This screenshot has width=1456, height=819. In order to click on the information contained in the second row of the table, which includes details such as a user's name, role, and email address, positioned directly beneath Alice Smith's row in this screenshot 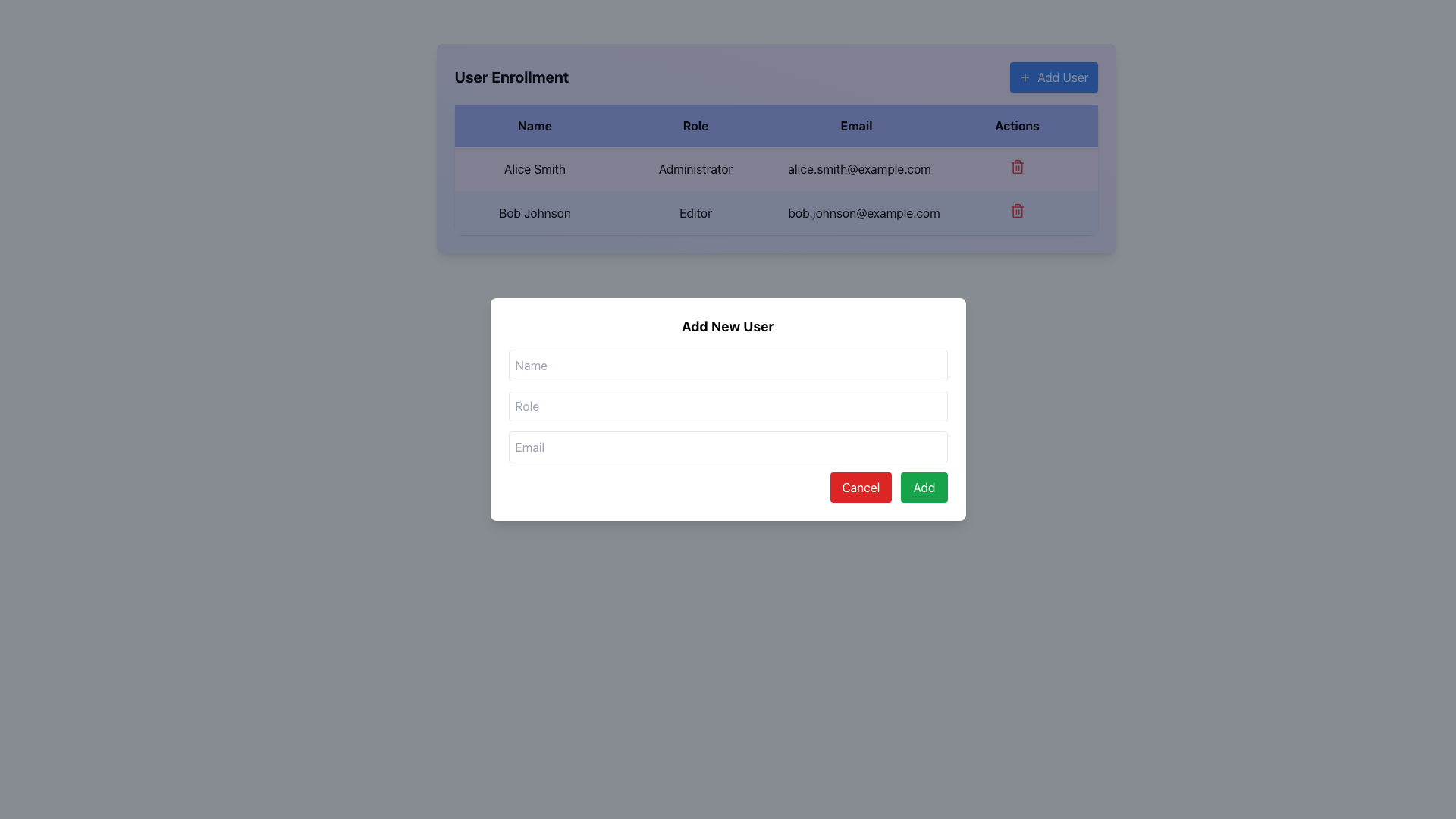, I will do `click(776, 190)`.